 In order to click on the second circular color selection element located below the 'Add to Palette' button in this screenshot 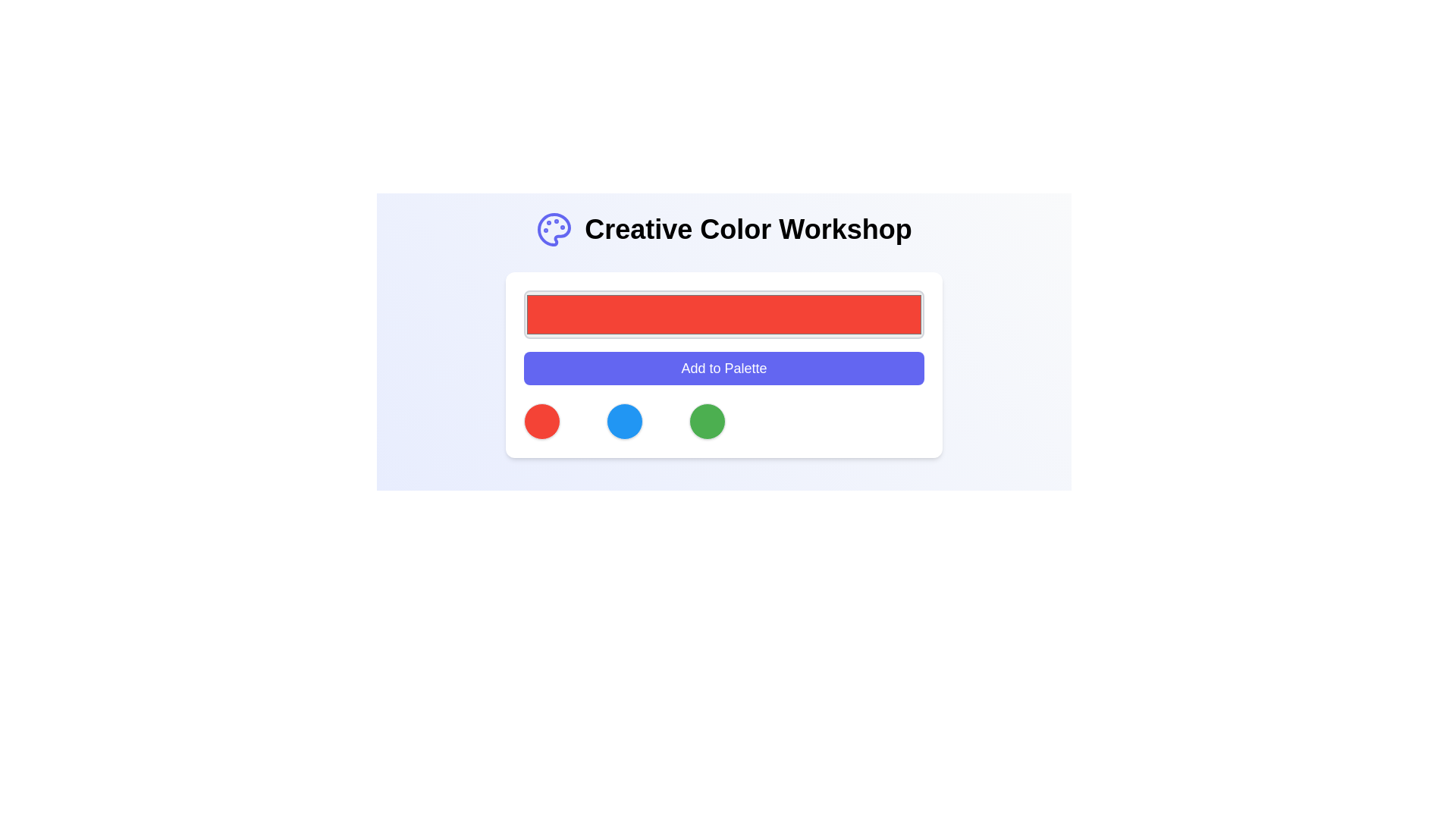, I will do `click(624, 421)`.